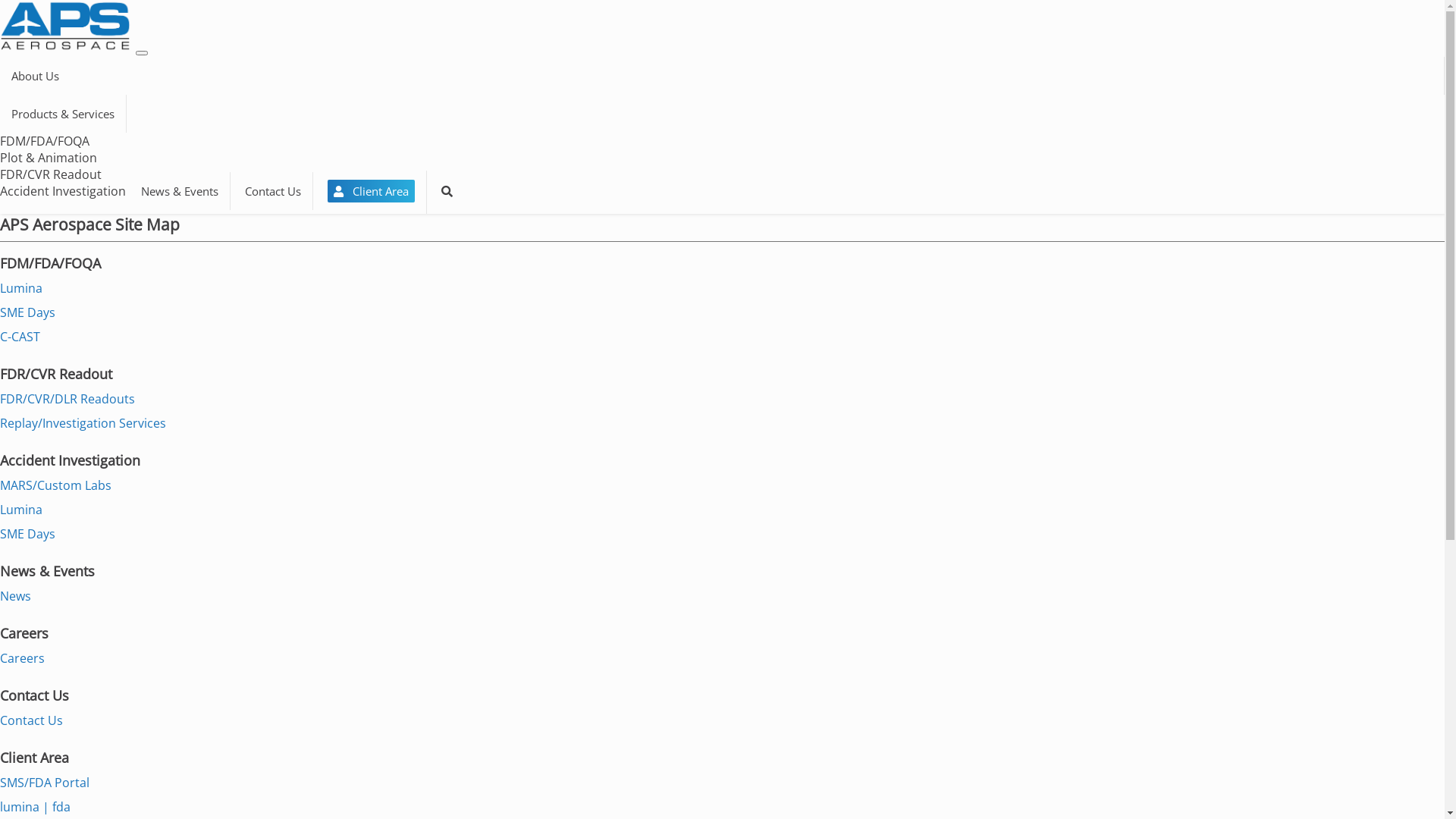  What do you see at coordinates (0, 485) in the screenshot?
I see `'MARS/Custom Labs'` at bounding box center [0, 485].